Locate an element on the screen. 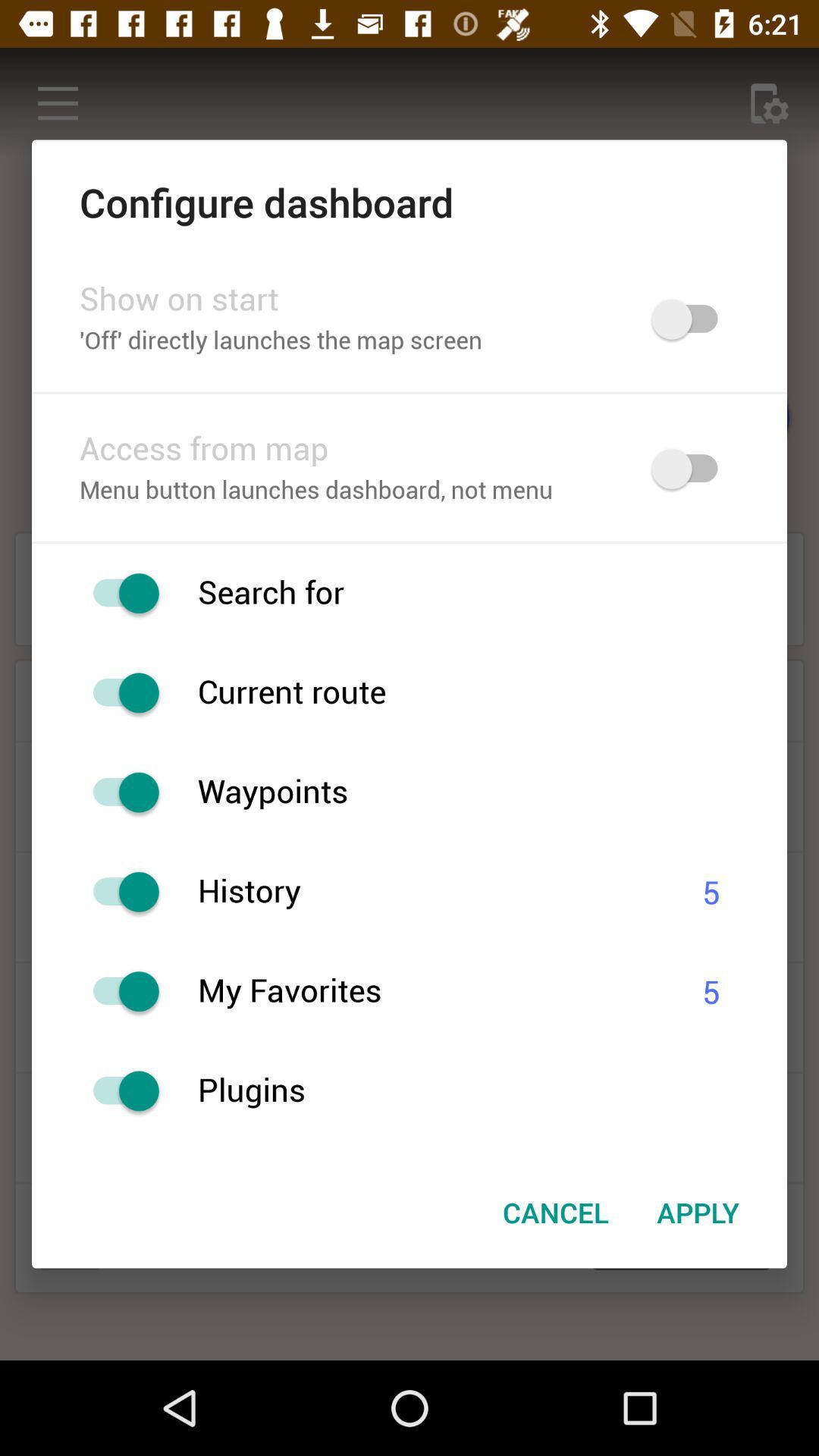 The width and height of the screenshot is (819, 1456). switch plugins is located at coordinates (118, 1090).